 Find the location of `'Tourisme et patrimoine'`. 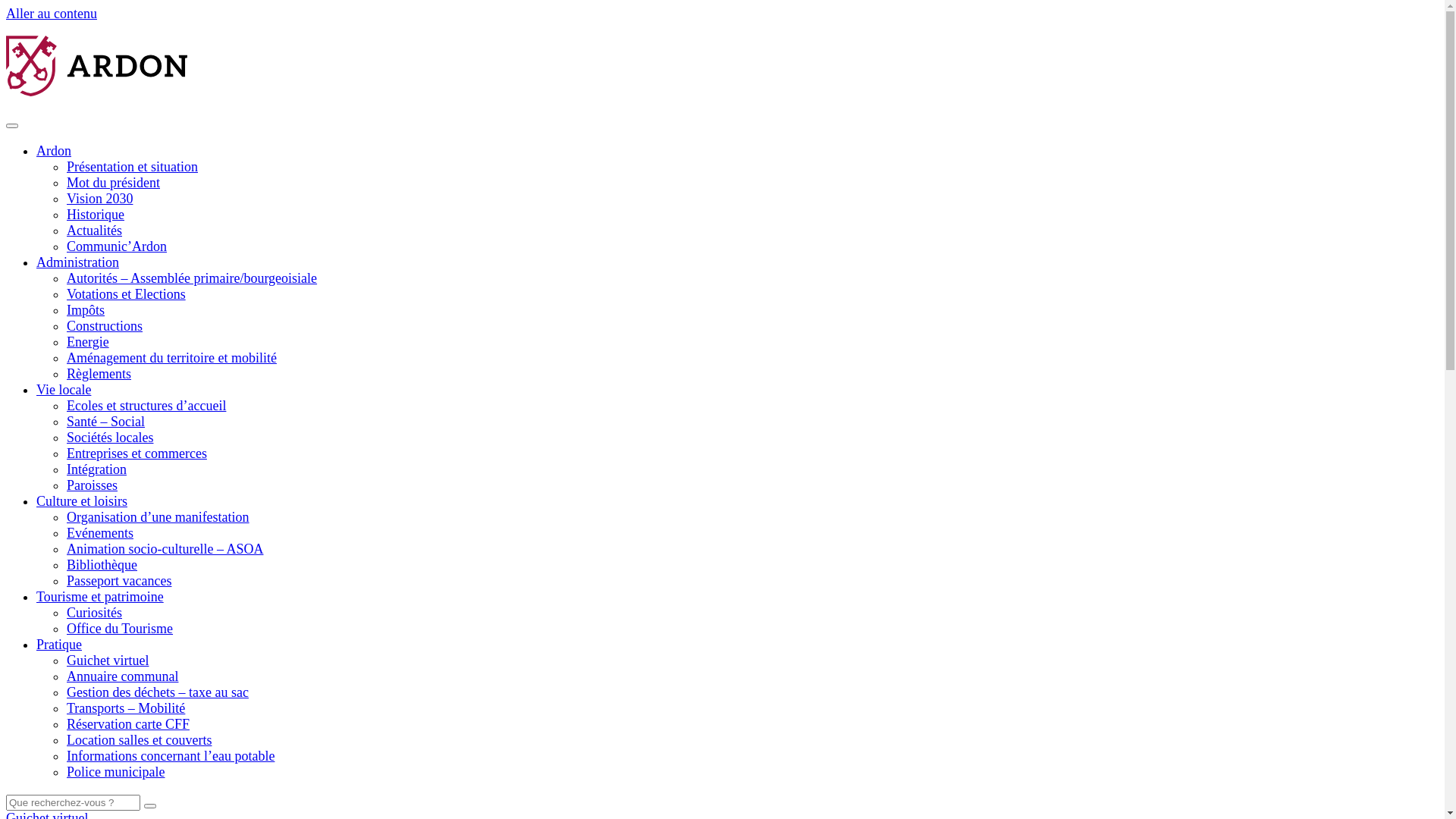

'Tourisme et patrimoine' is located at coordinates (99, 595).